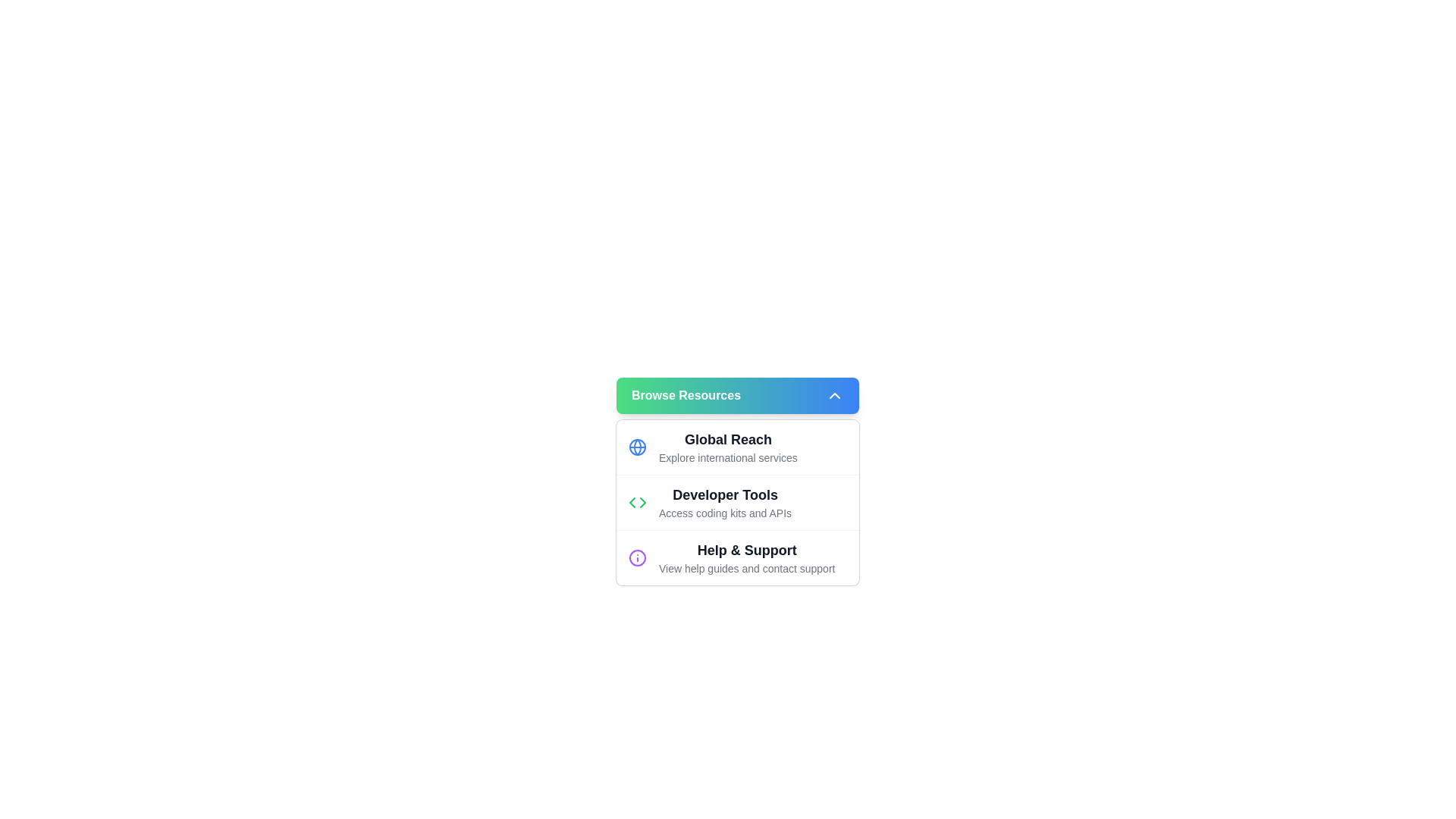  Describe the element at coordinates (738, 502) in the screenshot. I see `the second list item titled 'Developer Tools' in the dropdown menu 'Browse Resources'` at that location.